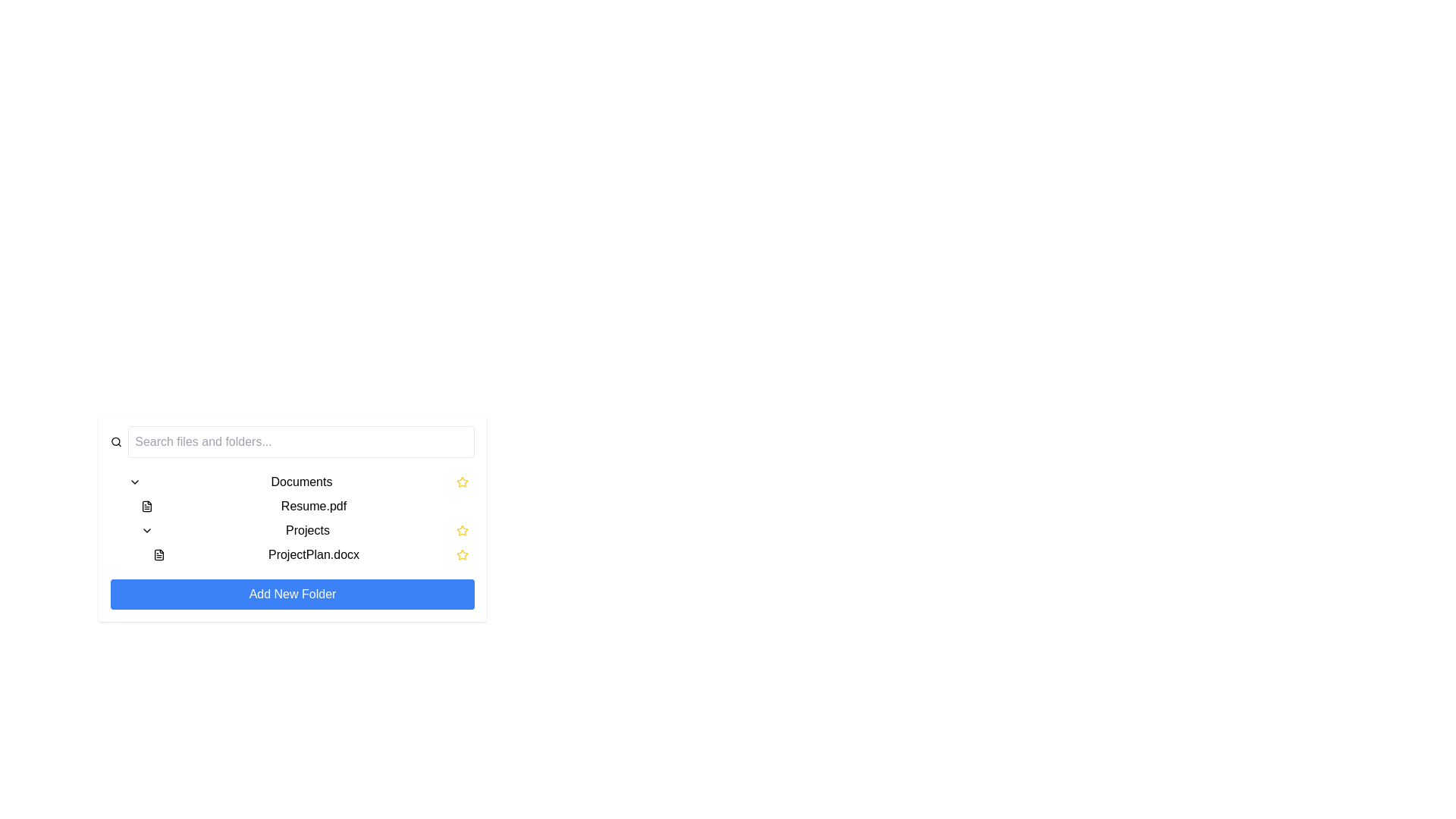  I want to click on the graphical icon representing 'ProjectPlan.docx' in the list interface, so click(159, 555).